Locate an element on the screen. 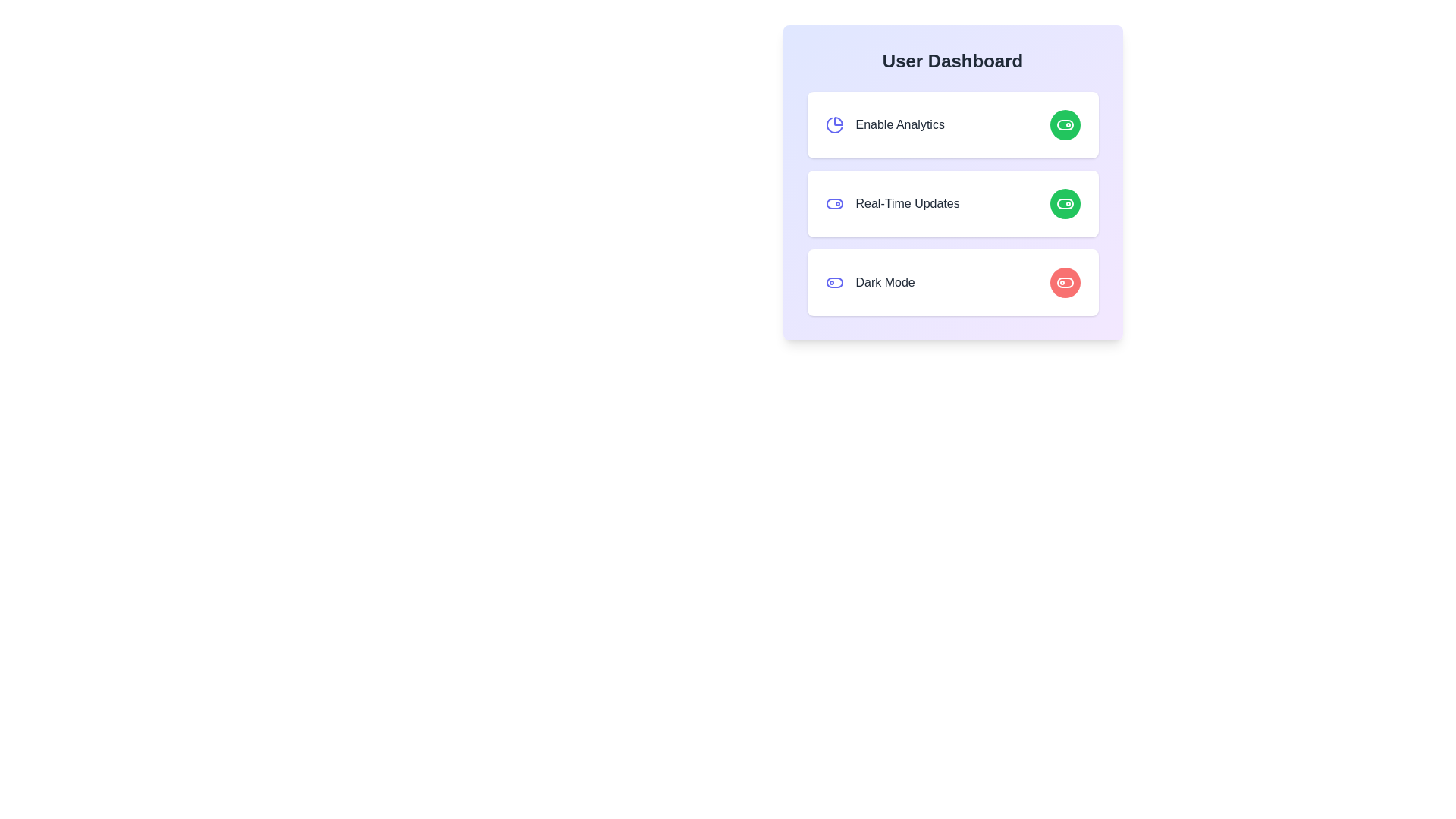 Image resolution: width=1456 pixels, height=819 pixels. the toggle switch for 'Real-Time Updates' is located at coordinates (833, 203).